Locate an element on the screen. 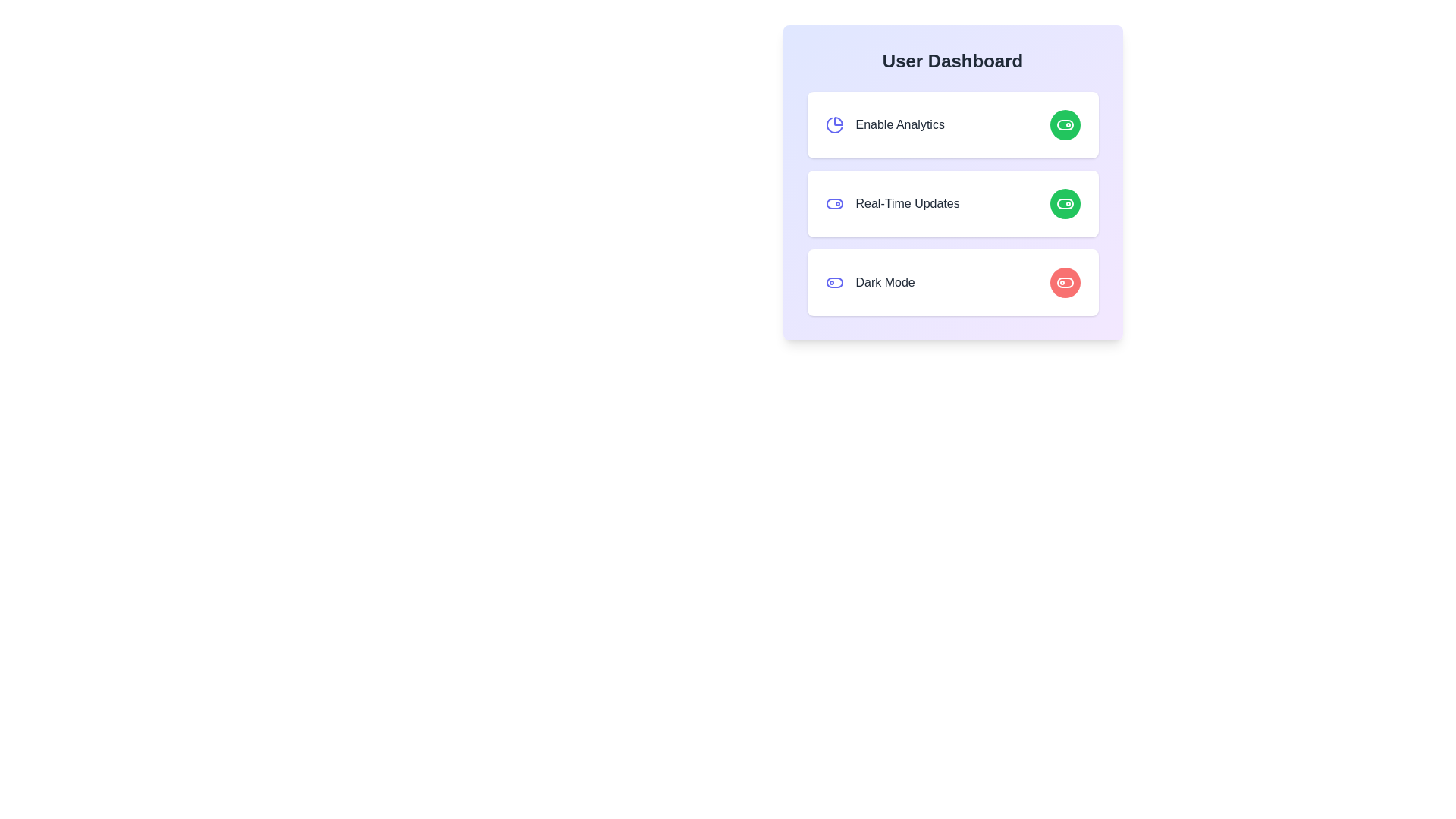 Image resolution: width=1456 pixels, height=819 pixels. the toggle switch for 'Real-Time Updates' is located at coordinates (833, 203).